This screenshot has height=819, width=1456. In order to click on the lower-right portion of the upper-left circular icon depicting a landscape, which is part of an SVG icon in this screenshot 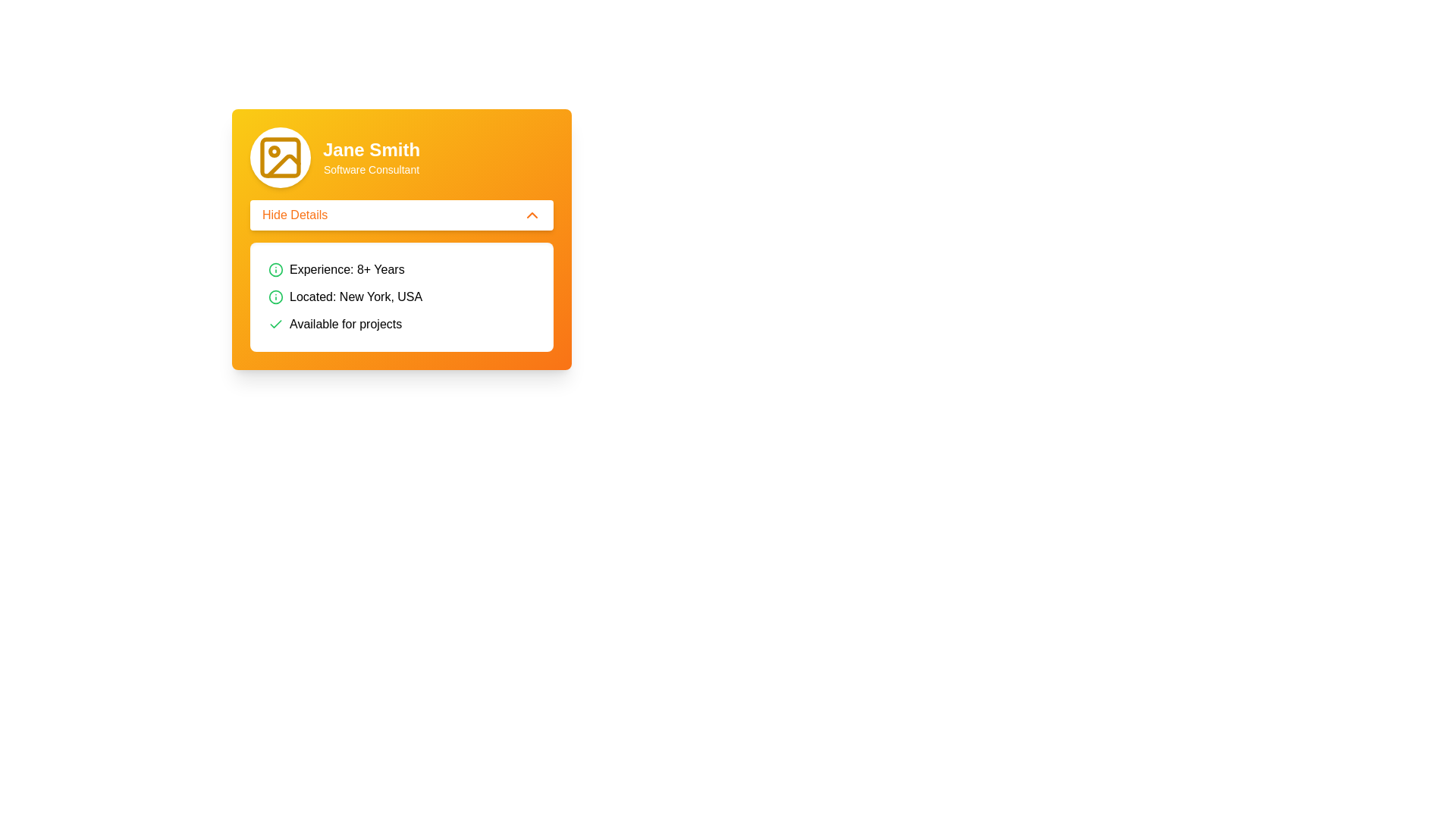, I will do `click(284, 166)`.